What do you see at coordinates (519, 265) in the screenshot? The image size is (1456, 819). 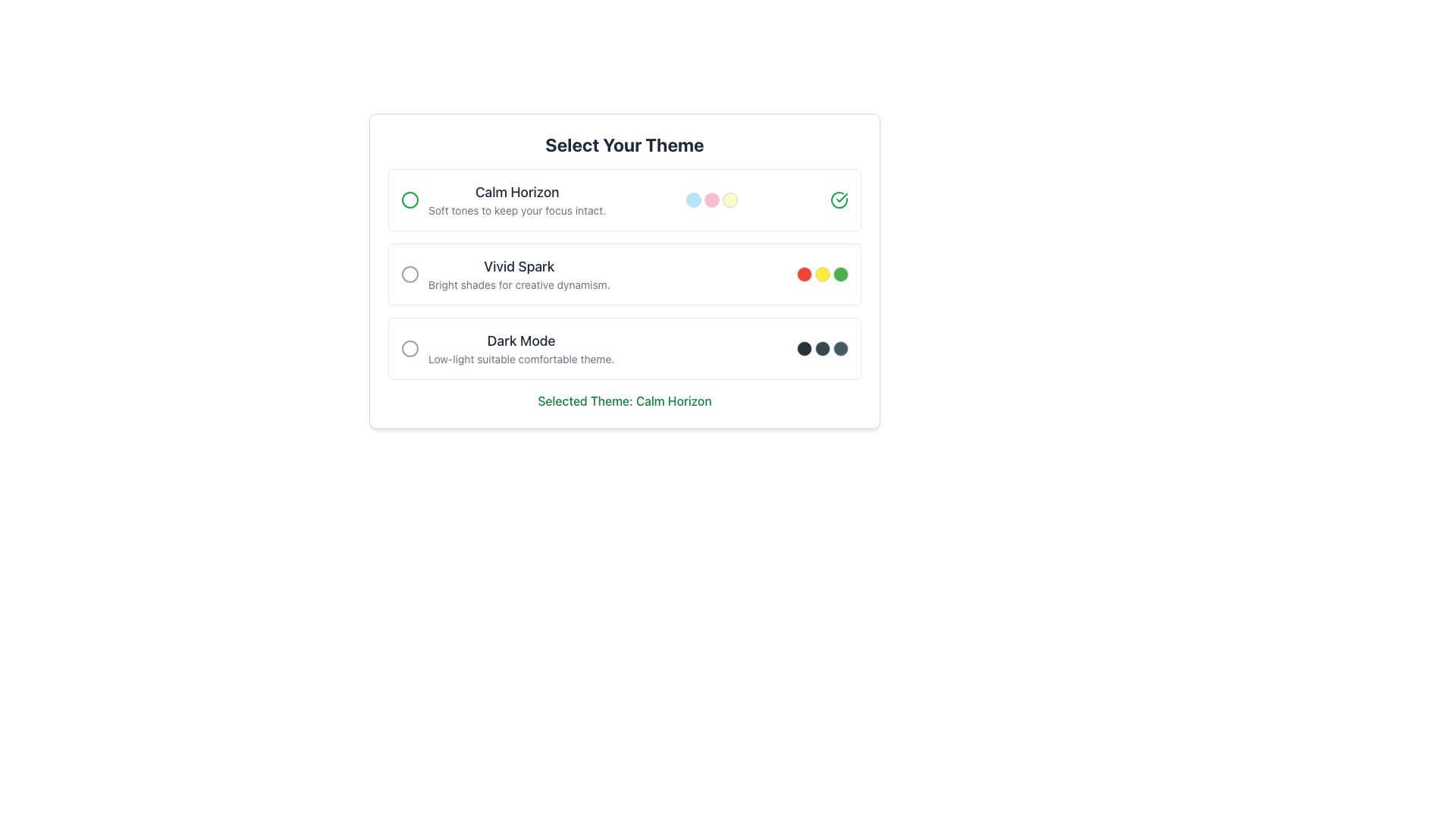 I see `the text label indicating the theme option in the second row of the 'Select Your Theme' section, aligned to the left` at bounding box center [519, 265].